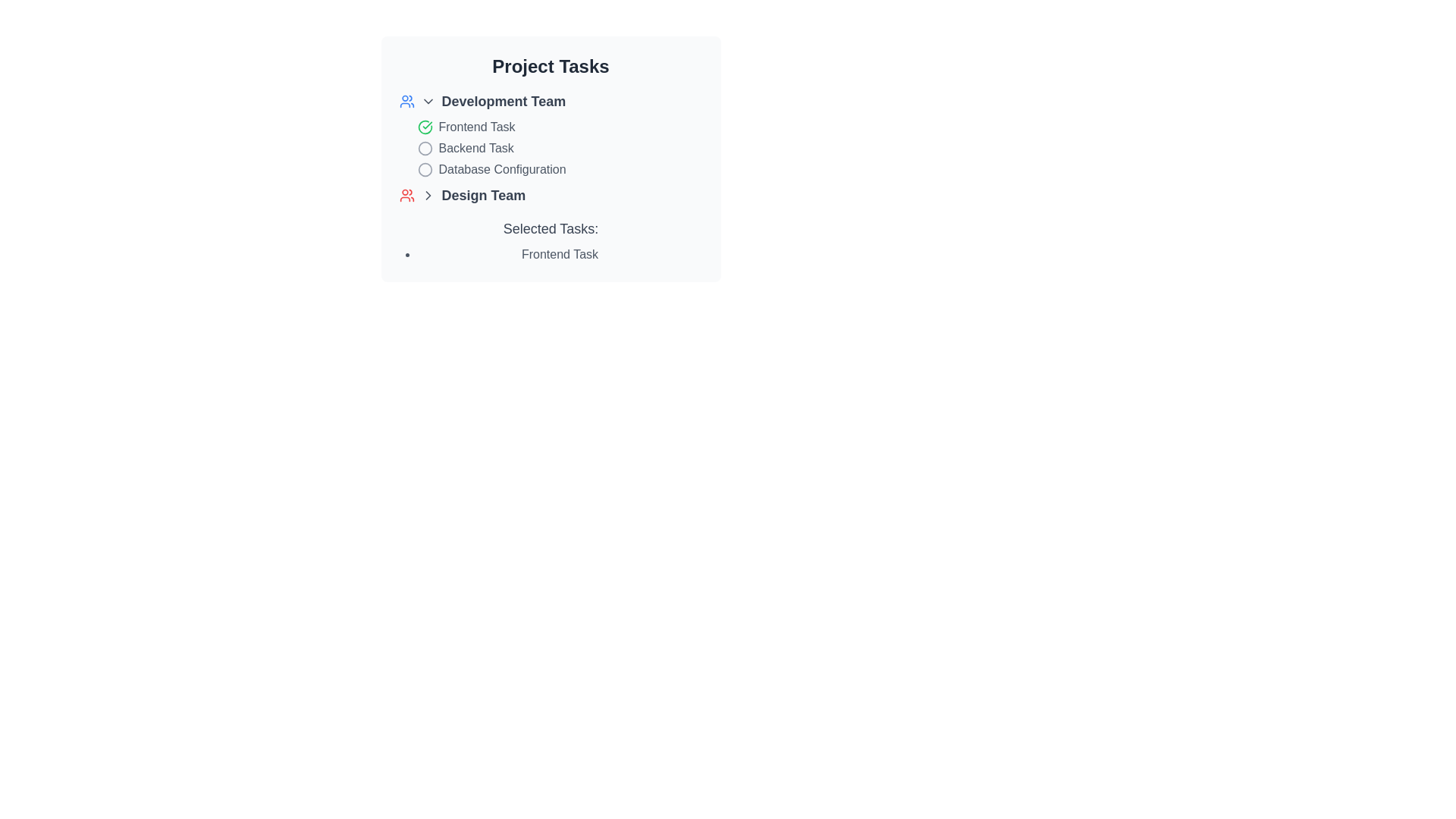  I want to click on the 'Backend Task' text label in the 'Development Team' list, so click(475, 149).